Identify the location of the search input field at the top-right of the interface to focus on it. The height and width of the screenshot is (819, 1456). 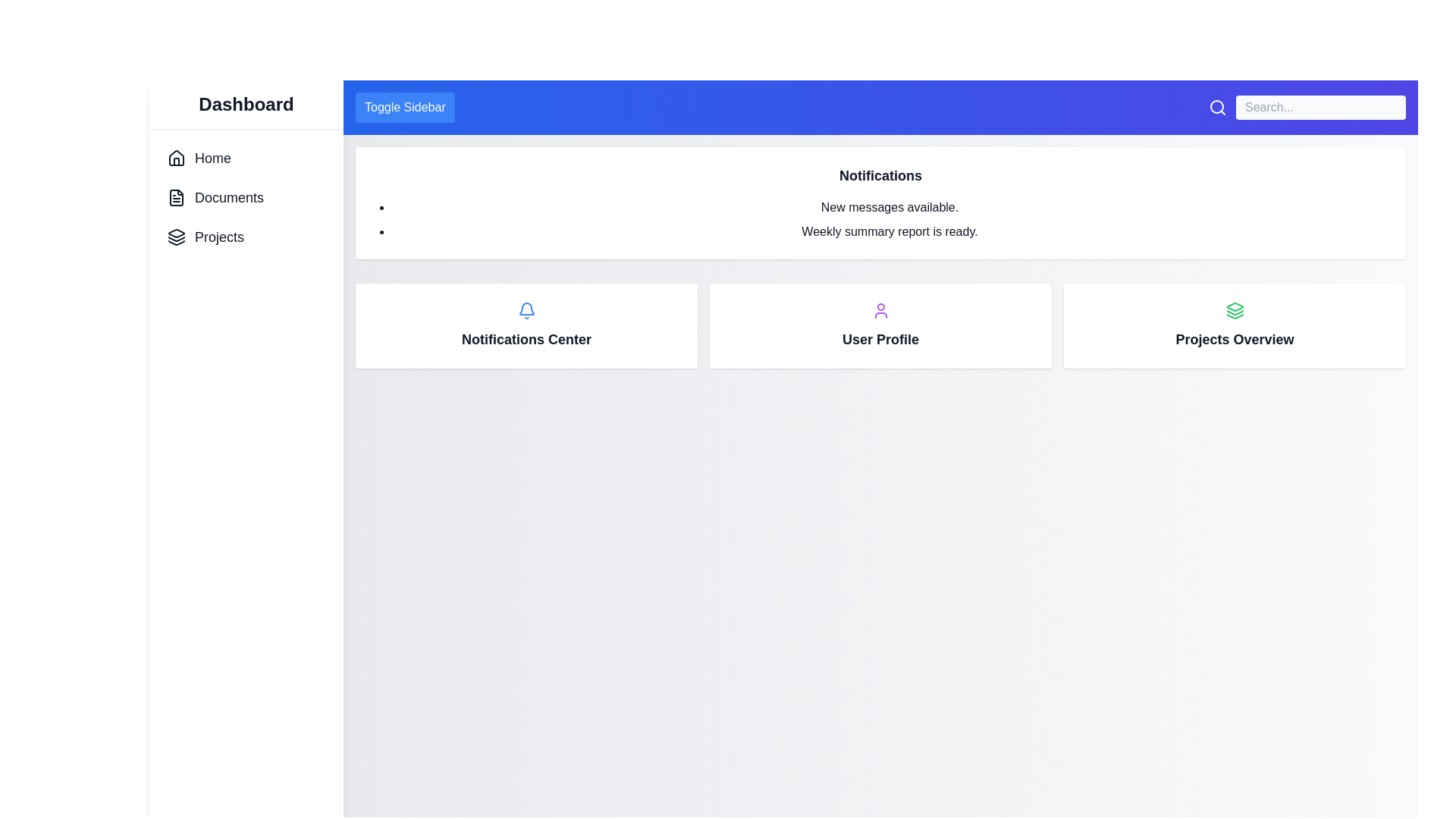
(1306, 107).